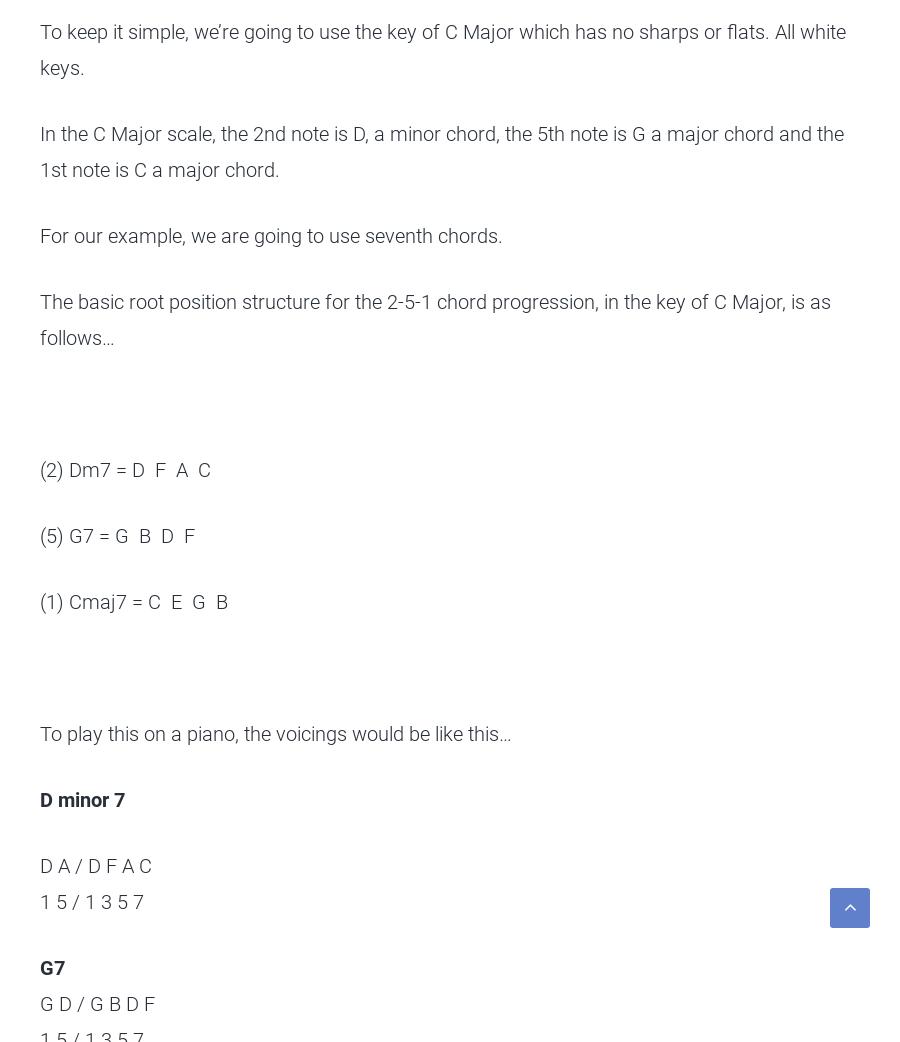 This screenshot has height=1042, width=900. Describe the element at coordinates (38, 600) in the screenshot. I see `'(1) Cmaj7 = C  E  G  B'` at that location.